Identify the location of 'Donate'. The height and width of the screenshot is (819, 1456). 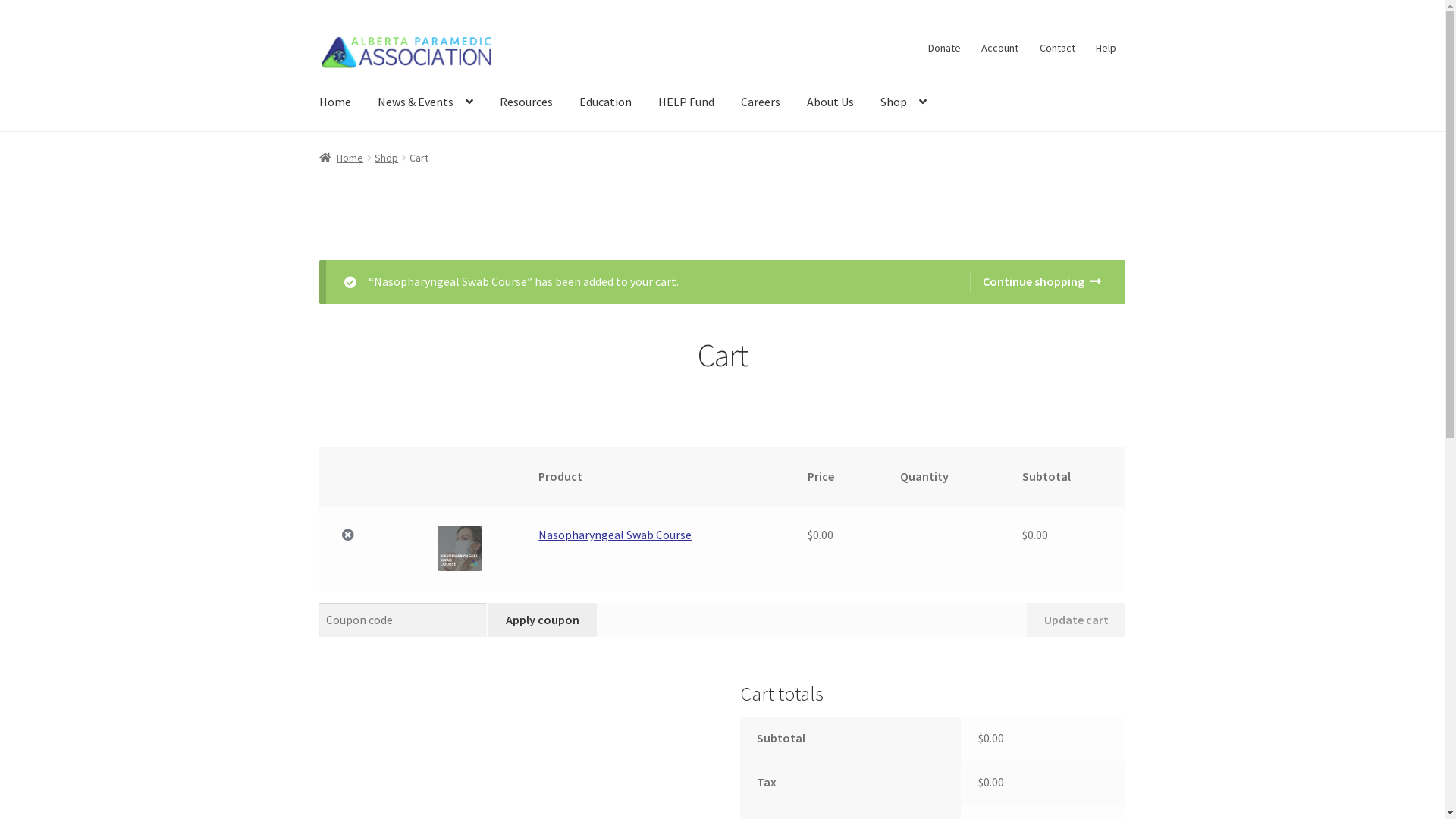
(917, 46).